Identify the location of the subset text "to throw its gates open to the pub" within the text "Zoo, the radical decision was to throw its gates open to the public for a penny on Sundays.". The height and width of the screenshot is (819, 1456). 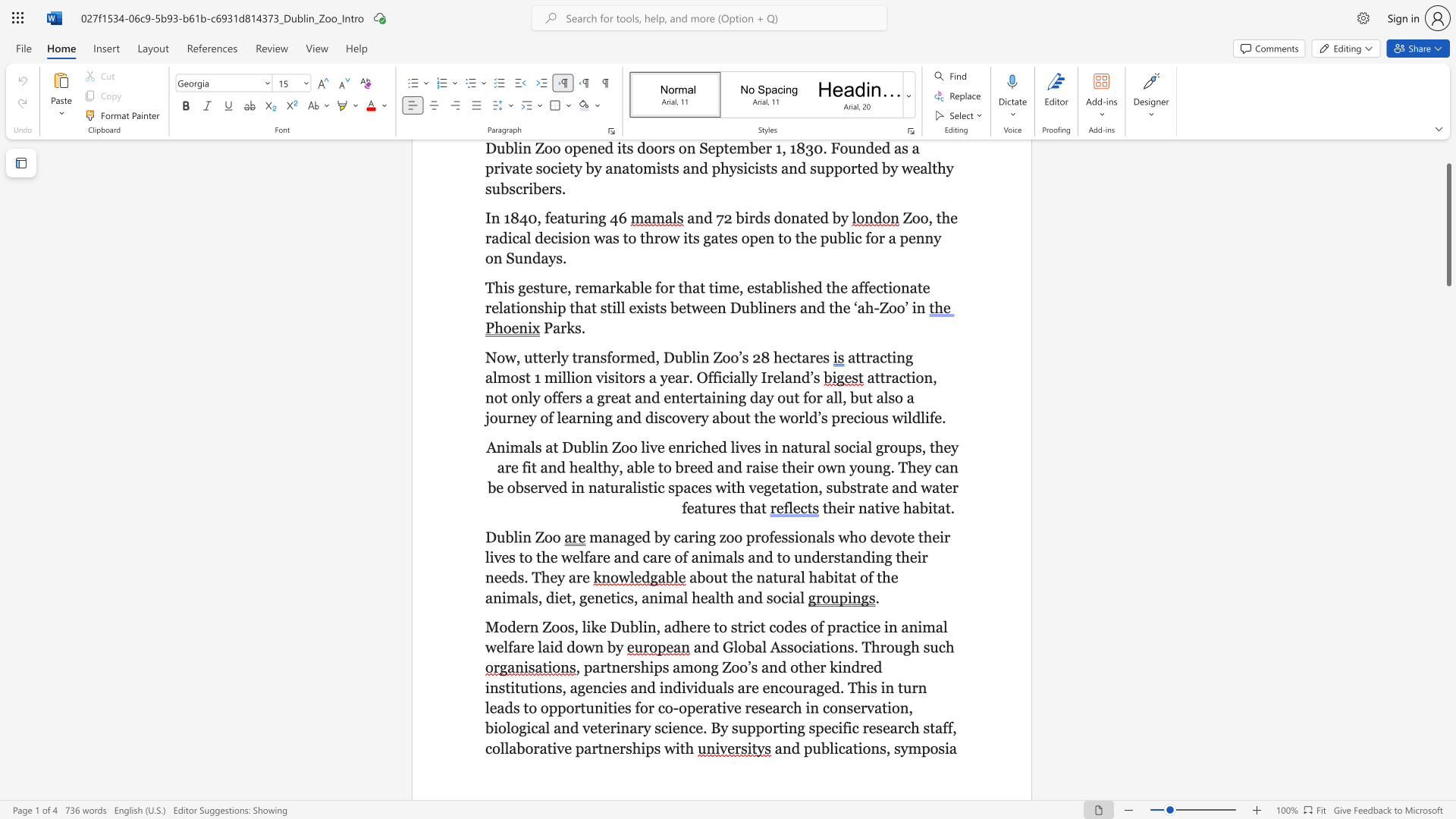
(623, 238).